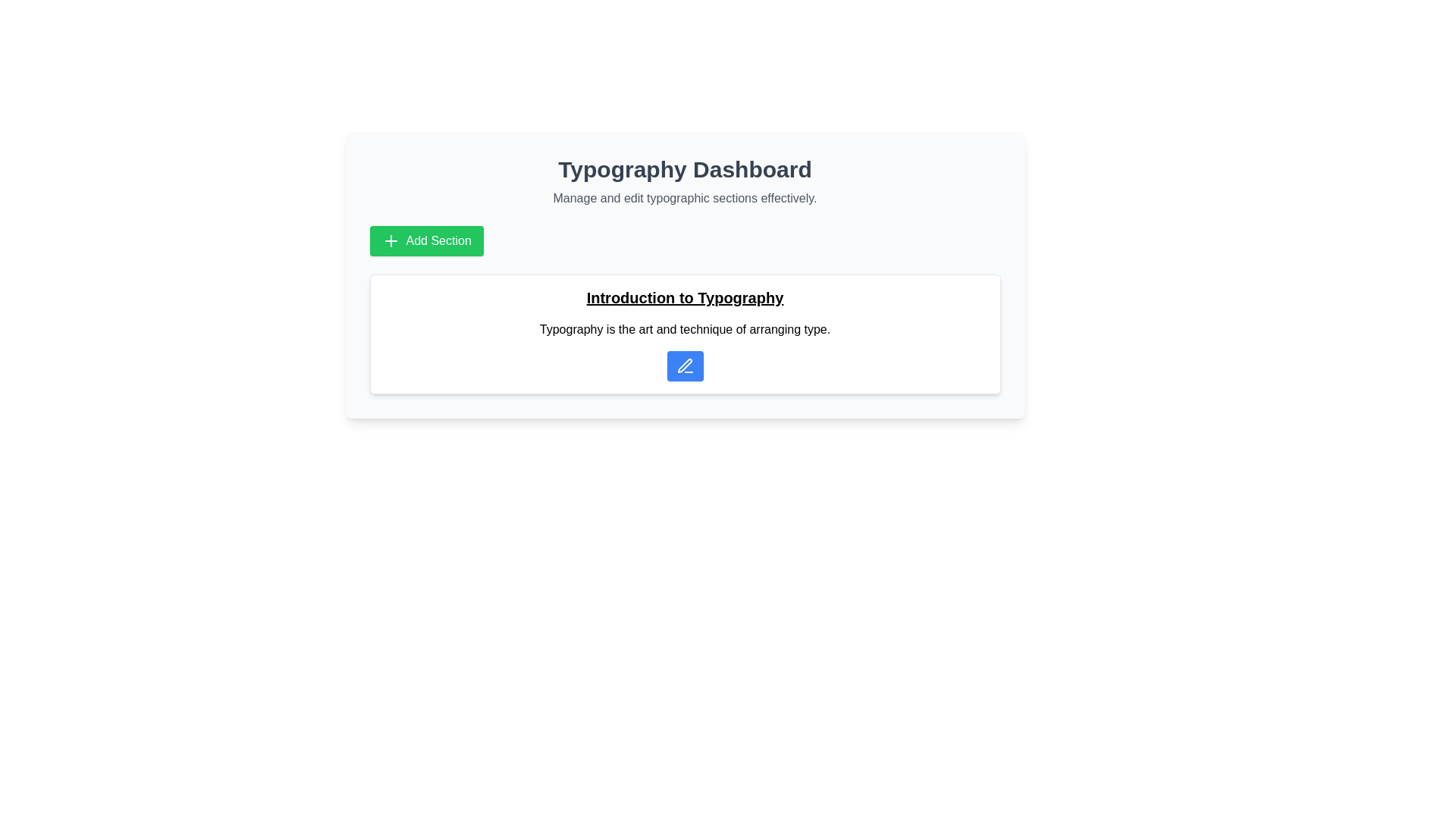  Describe the element at coordinates (684, 333) in the screenshot. I see `title and description from the Card component embedded within the 'Typography Dashboard', which is located below the 'Add Section' button` at that location.